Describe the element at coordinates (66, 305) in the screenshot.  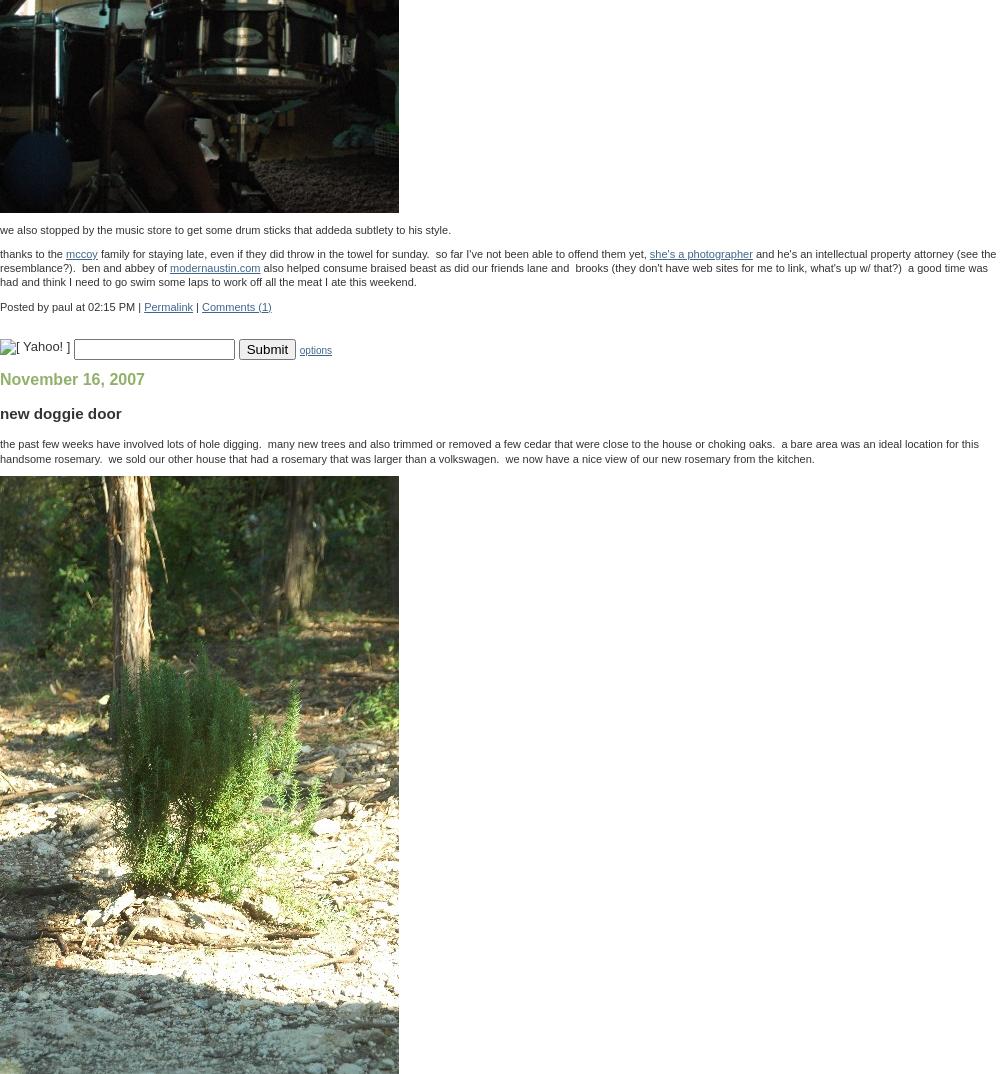
I see `'Posted by paul at 02:15 PM'` at that location.